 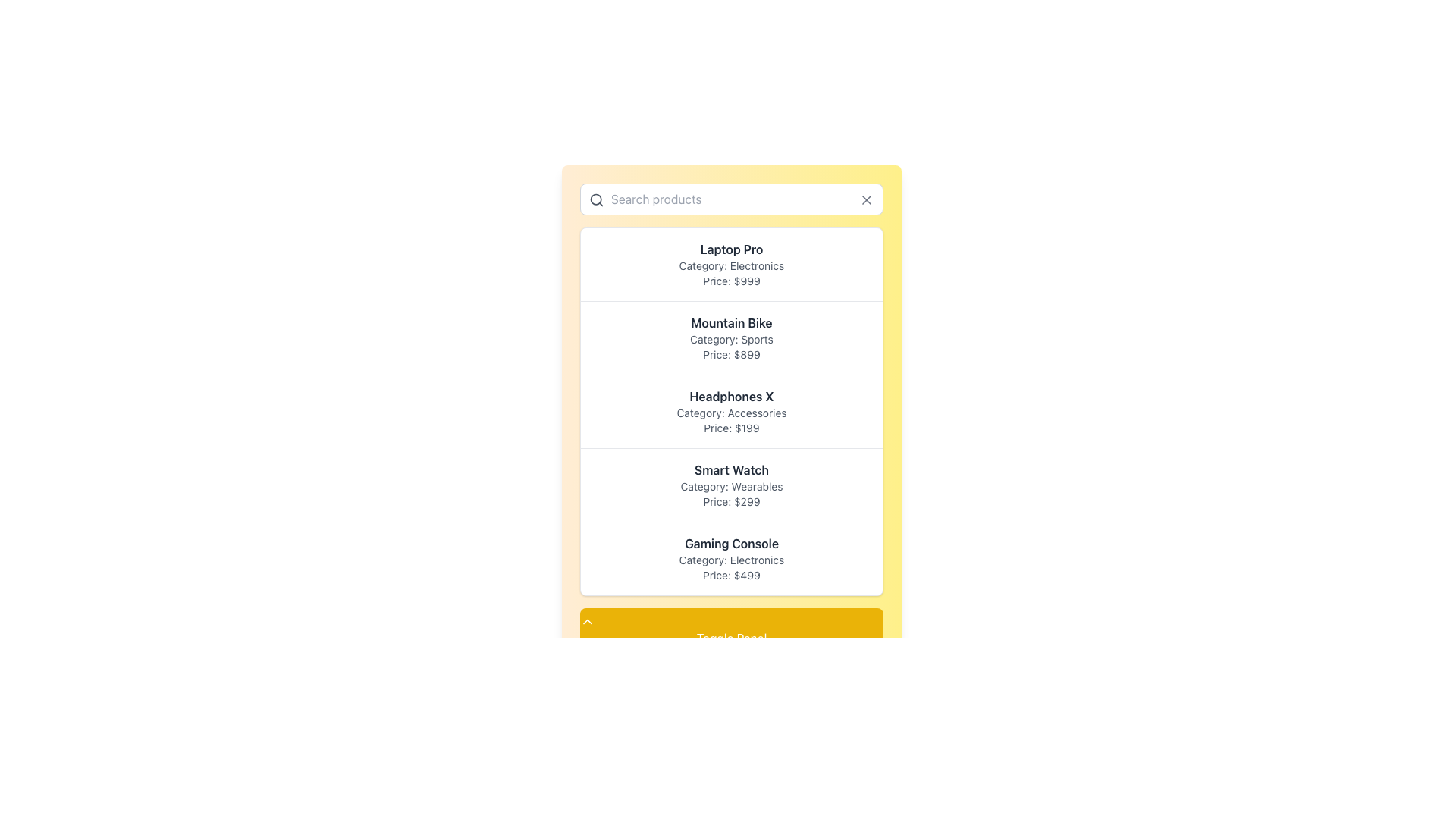 I want to click on the gray magnifying glass icon, which is the search symbol located at the top-left corner of the search bar, so click(x=596, y=199).